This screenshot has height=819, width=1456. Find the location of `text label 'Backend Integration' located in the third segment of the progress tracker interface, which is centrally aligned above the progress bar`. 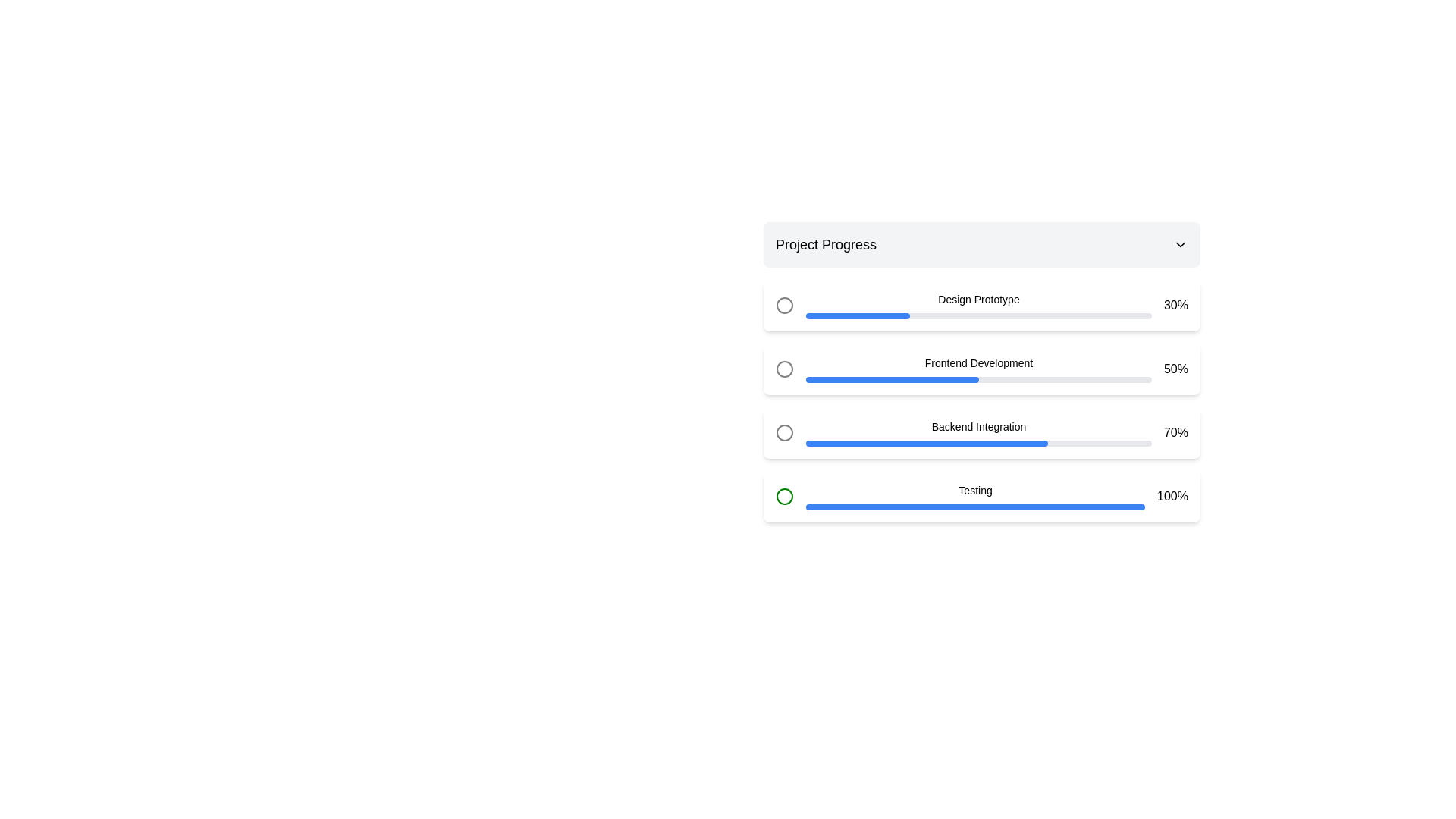

text label 'Backend Integration' located in the third segment of the progress tracker interface, which is centrally aligned above the progress bar is located at coordinates (979, 427).